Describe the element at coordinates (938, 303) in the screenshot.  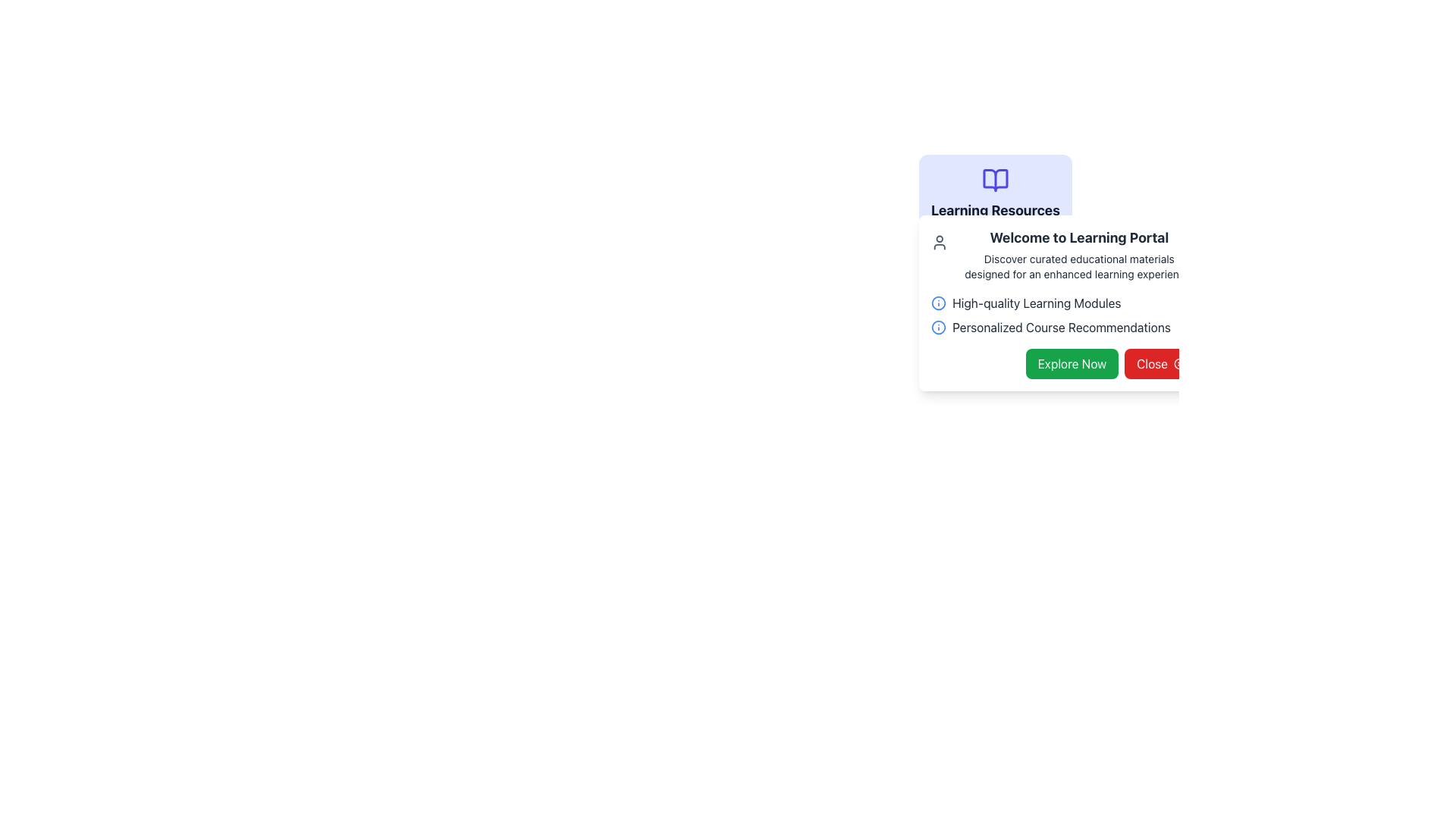
I see `the informational icon located to the left of the label 'High-quality Learning Modules' within the 'Learning Resources' block` at that location.